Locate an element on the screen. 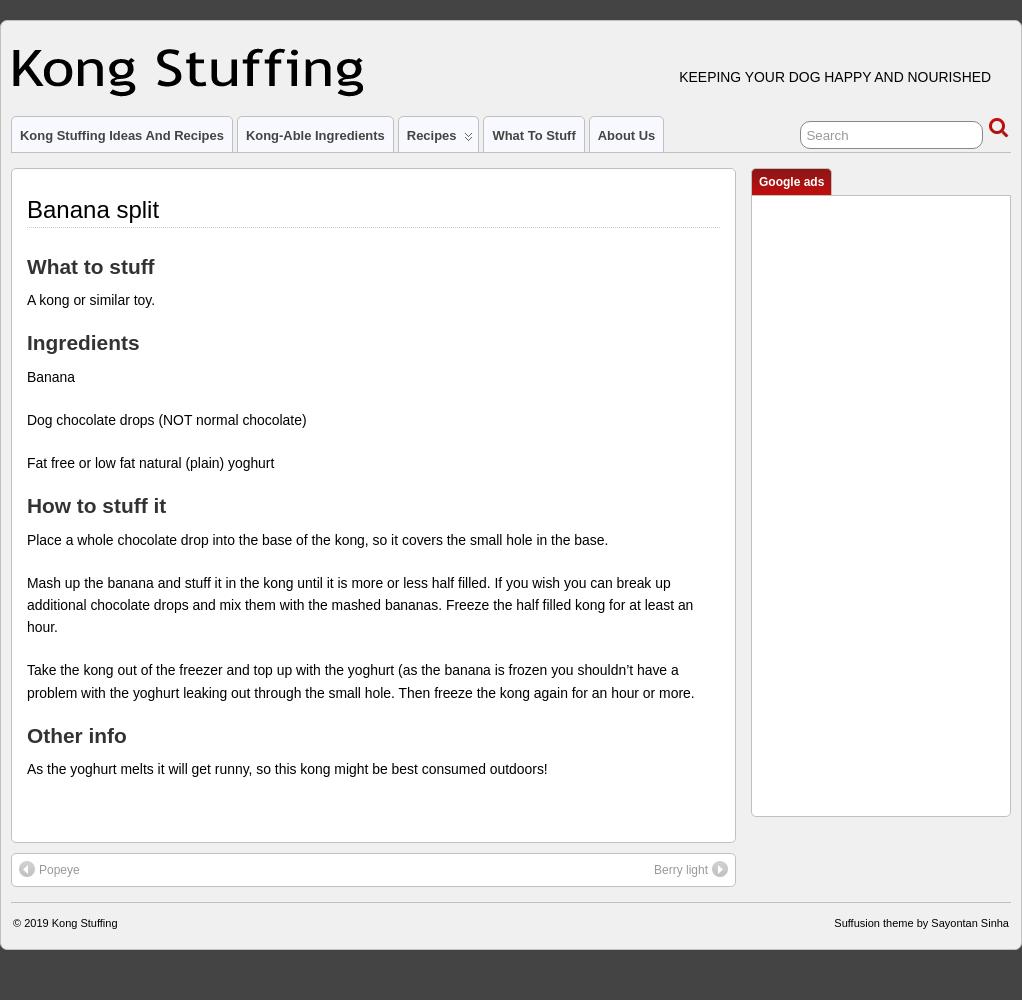 The image size is (1022, 1000). 'Other info' is located at coordinates (25, 733).